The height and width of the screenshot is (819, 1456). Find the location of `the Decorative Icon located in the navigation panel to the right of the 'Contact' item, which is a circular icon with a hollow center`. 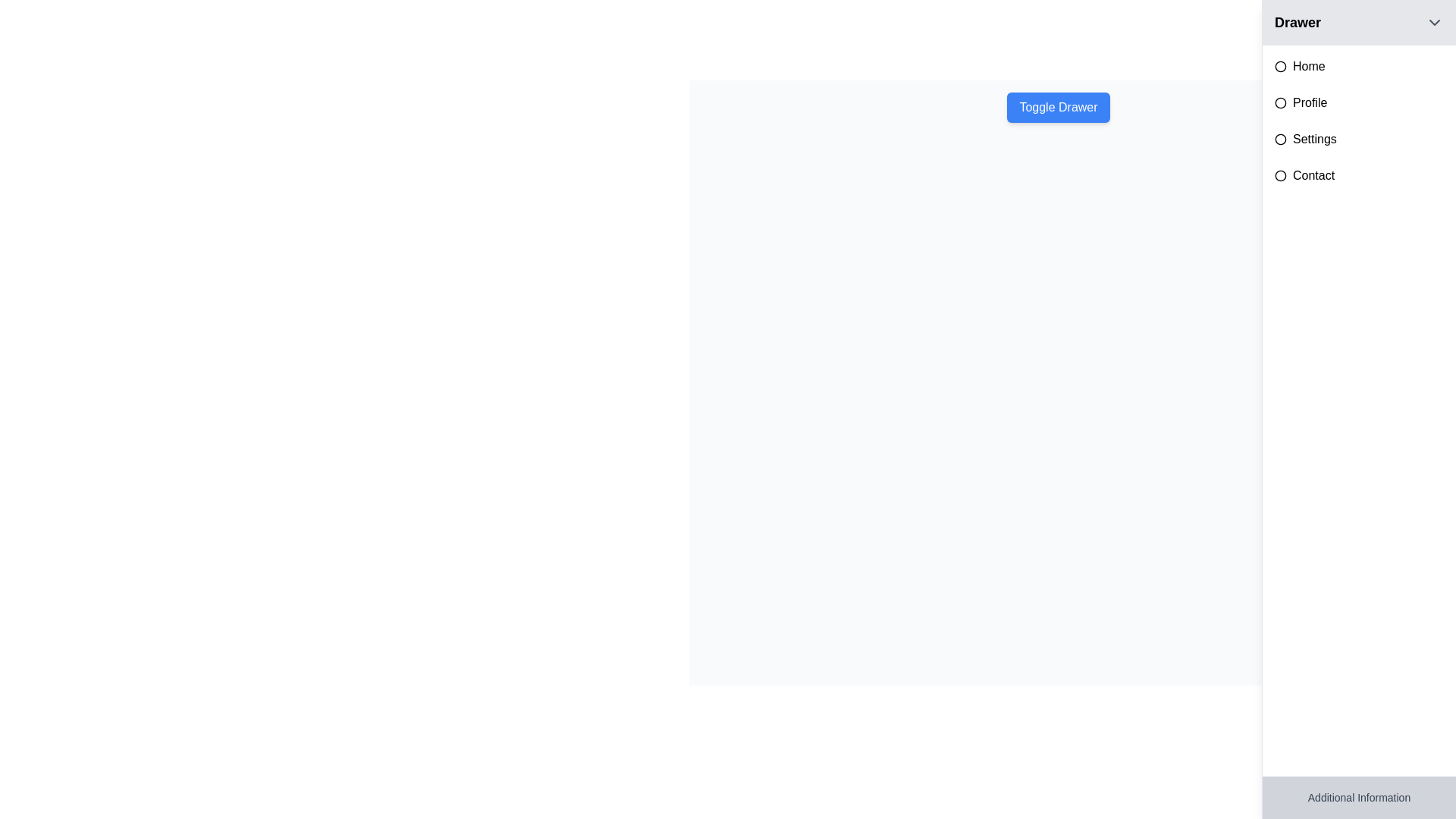

the Decorative Icon located in the navigation panel to the right of the 'Contact' item, which is a circular icon with a hollow center is located at coordinates (1280, 174).